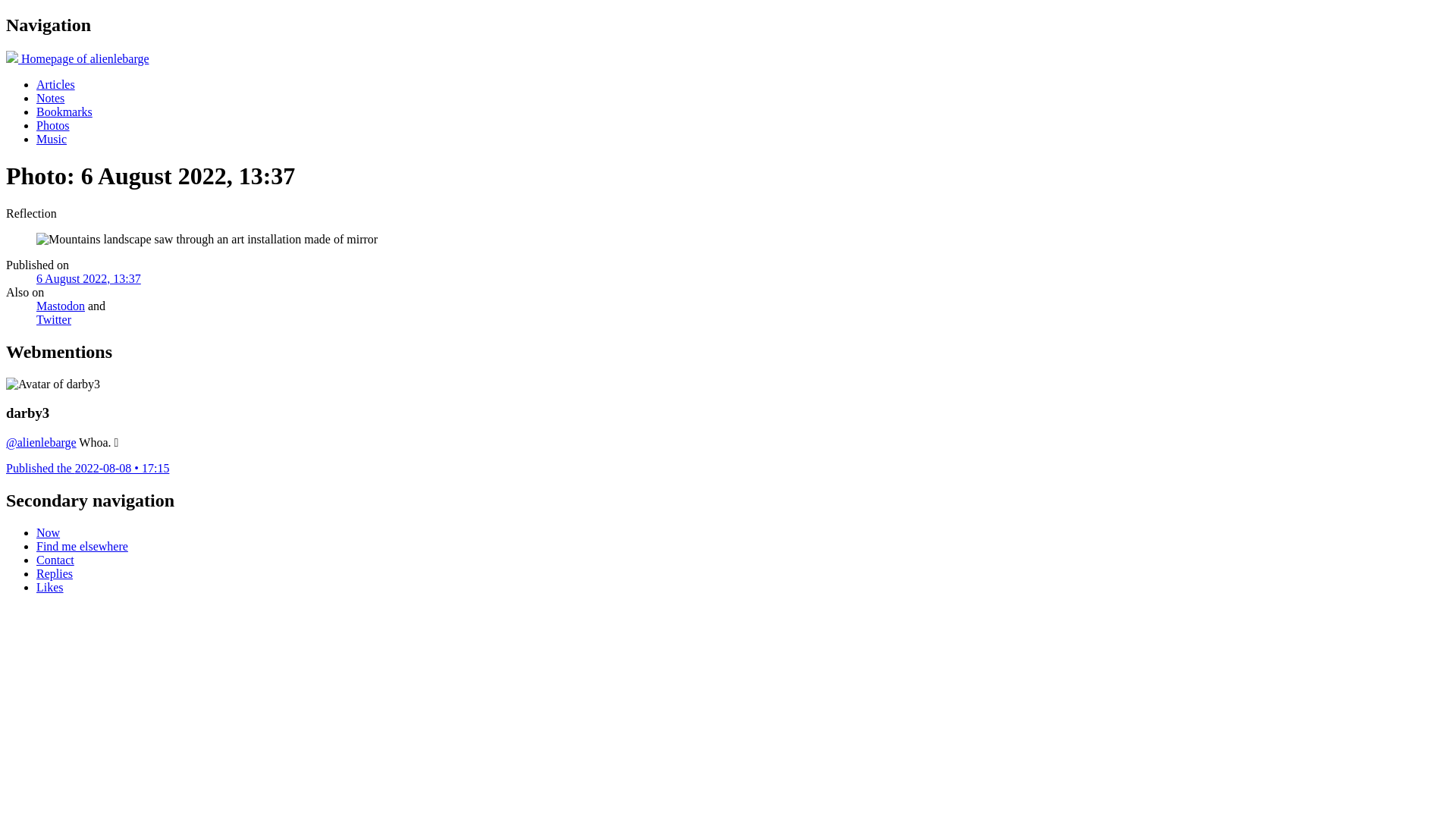 Image resolution: width=1456 pixels, height=819 pixels. Describe the element at coordinates (41, 442) in the screenshot. I see `'@alienlebarge'` at that location.